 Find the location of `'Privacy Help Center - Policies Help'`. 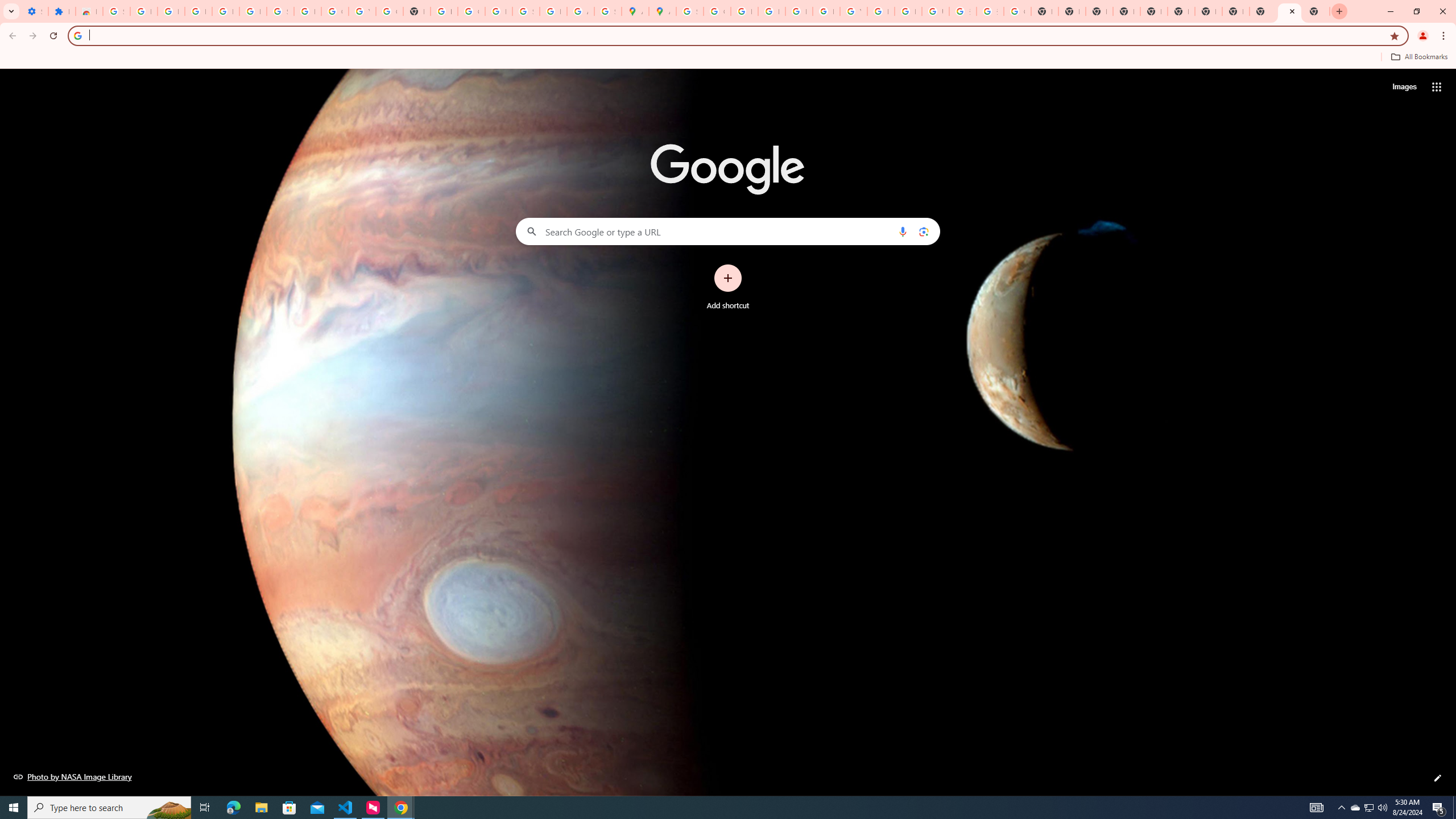

'Privacy Help Center - Policies Help' is located at coordinates (771, 11).